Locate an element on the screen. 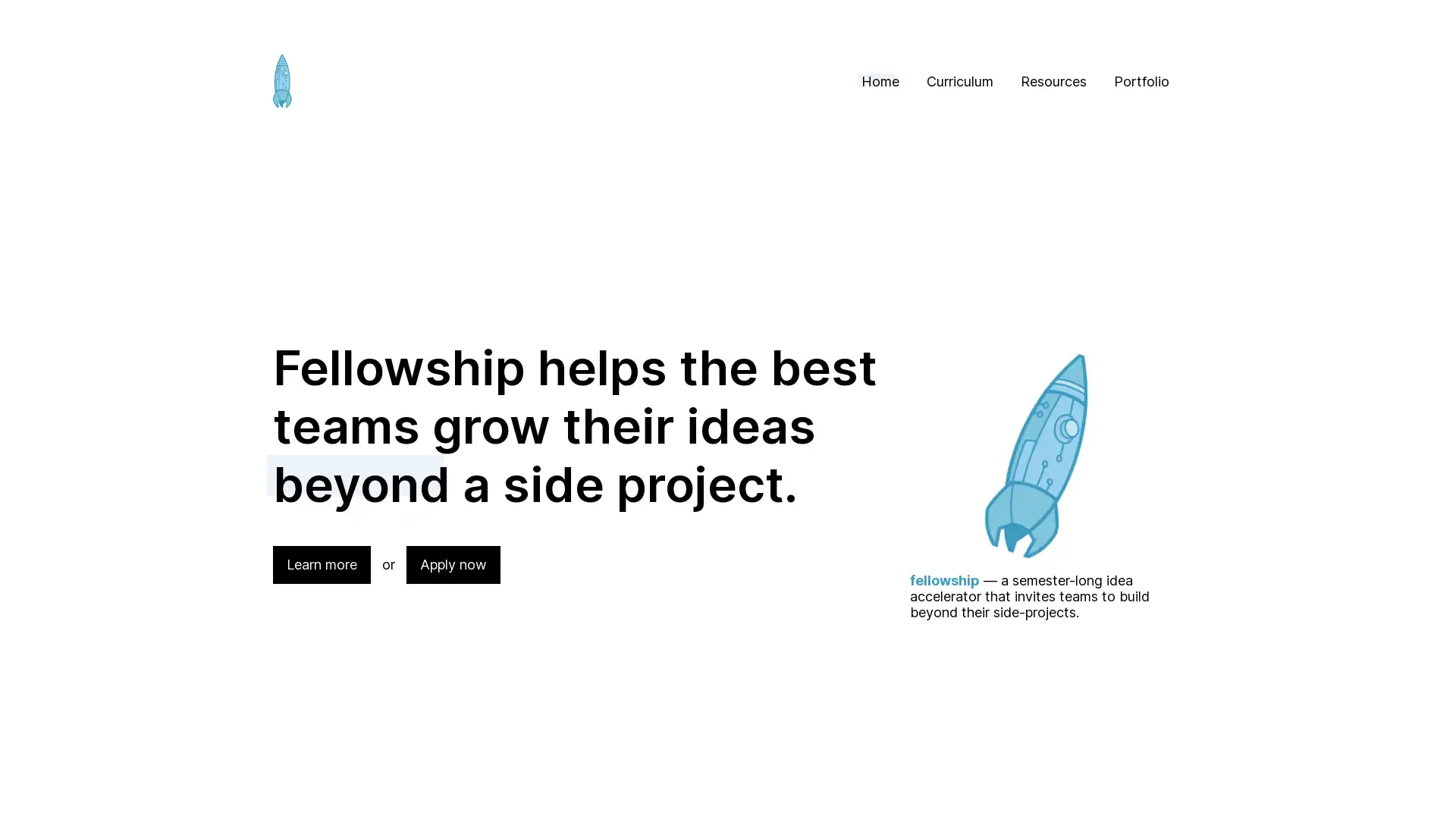 Image resolution: width=1456 pixels, height=819 pixels. Learn more is located at coordinates (321, 564).